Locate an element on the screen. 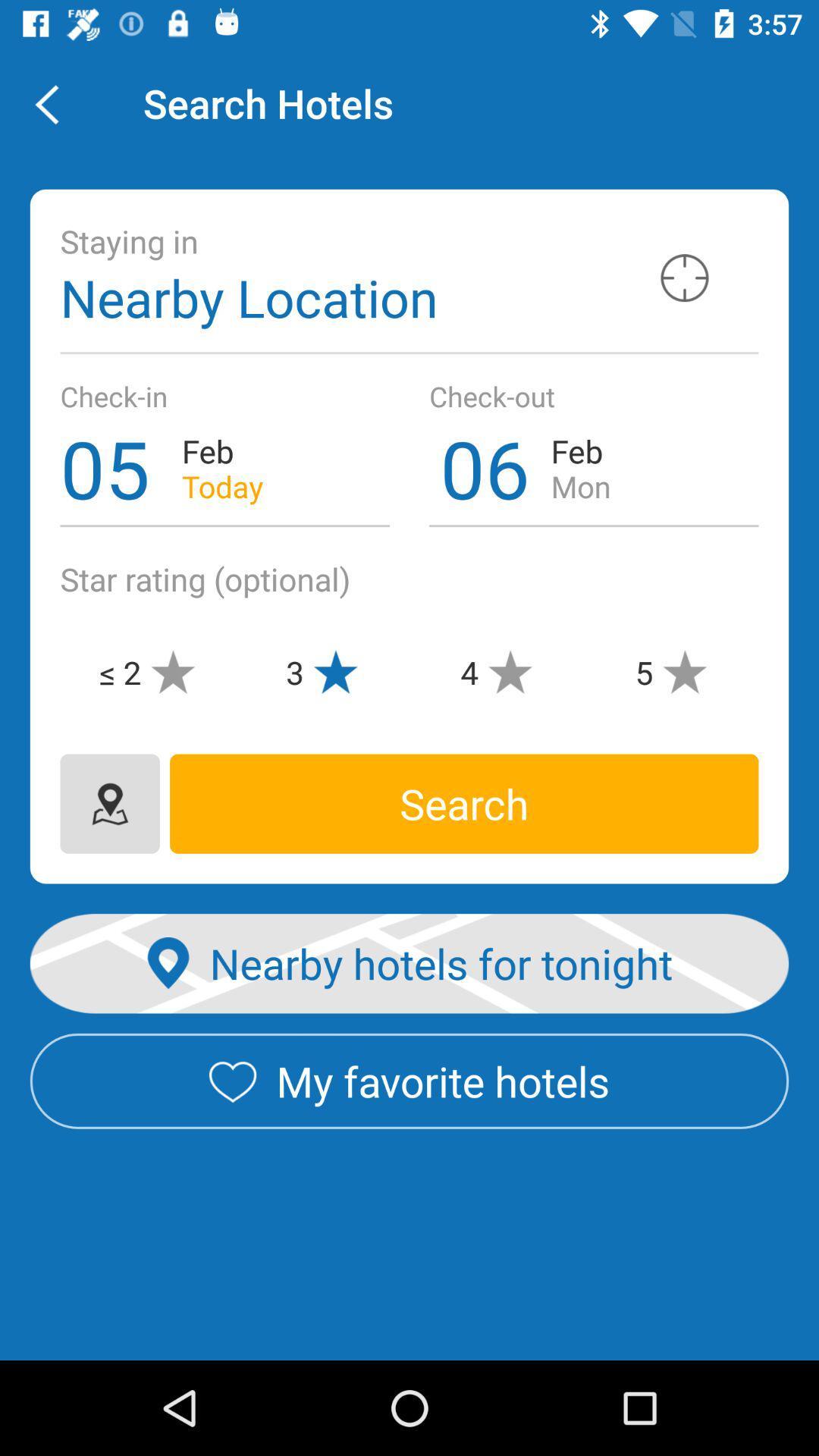  location is located at coordinates (684, 278).